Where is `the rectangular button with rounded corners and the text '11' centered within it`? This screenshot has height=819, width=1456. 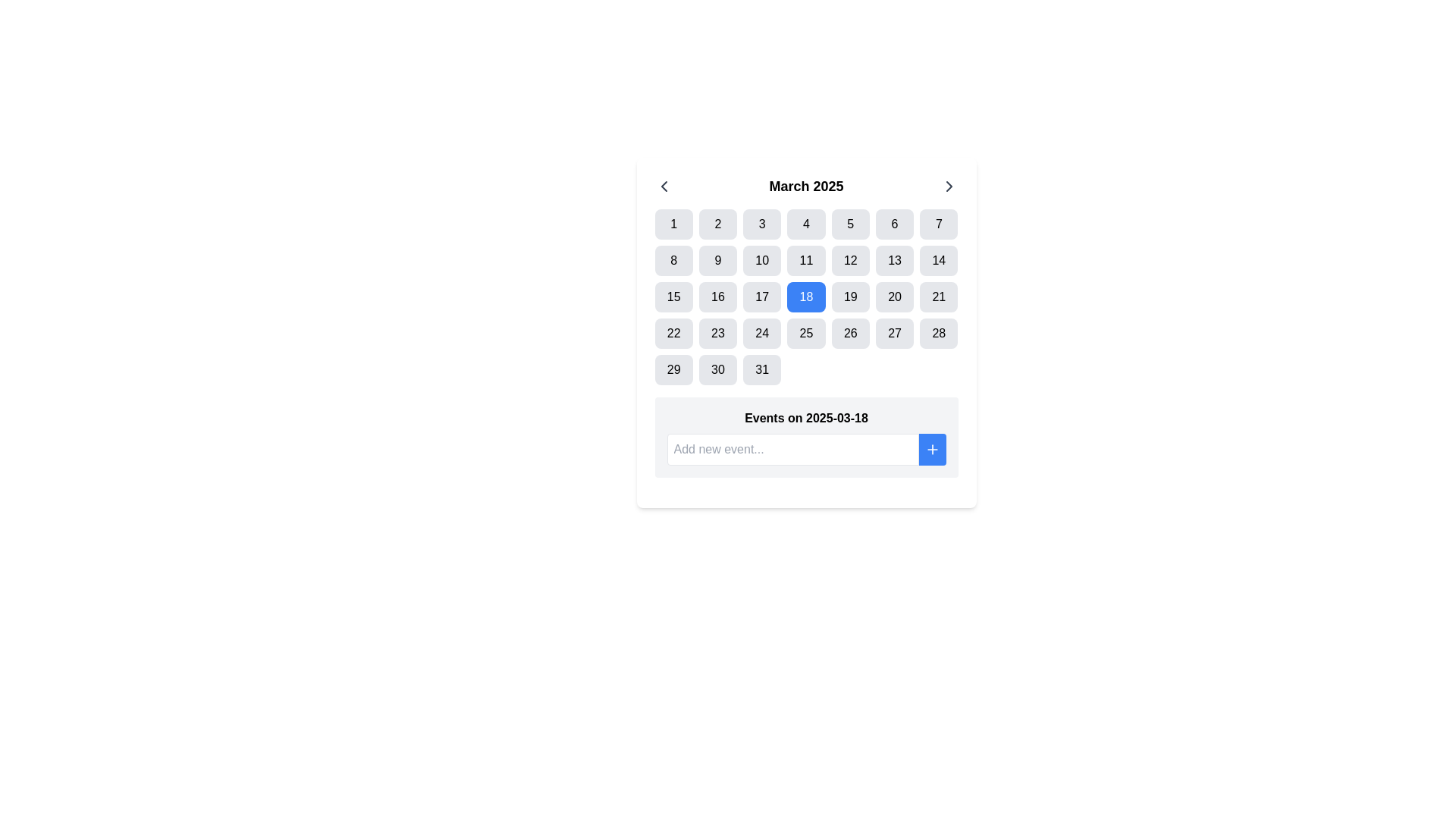
the rectangular button with rounded corners and the text '11' centered within it is located at coordinates (805, 259).